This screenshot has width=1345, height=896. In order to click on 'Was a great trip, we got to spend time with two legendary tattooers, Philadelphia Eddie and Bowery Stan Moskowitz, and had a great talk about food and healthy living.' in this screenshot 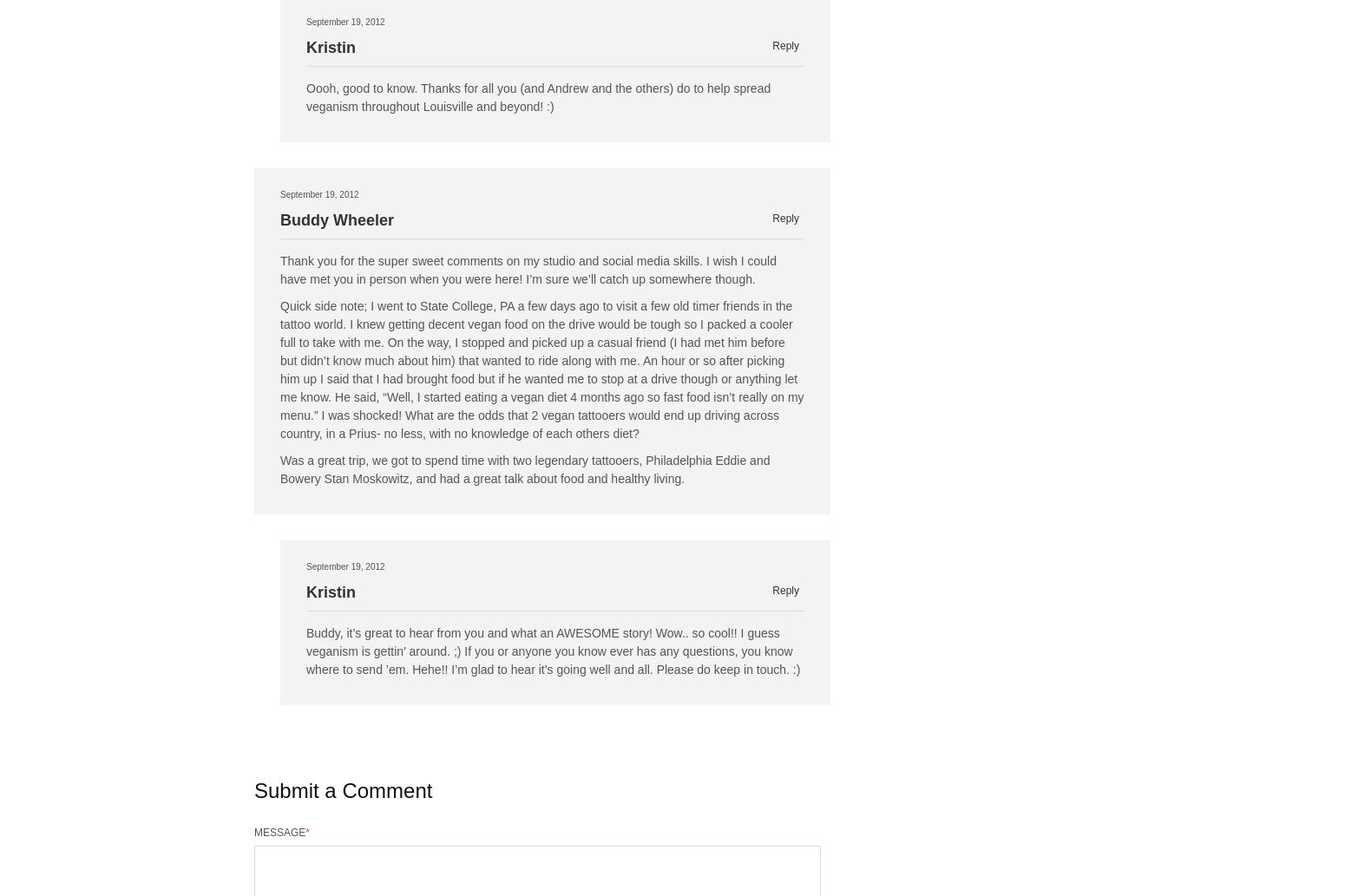, I will do `click(524, 468)`.